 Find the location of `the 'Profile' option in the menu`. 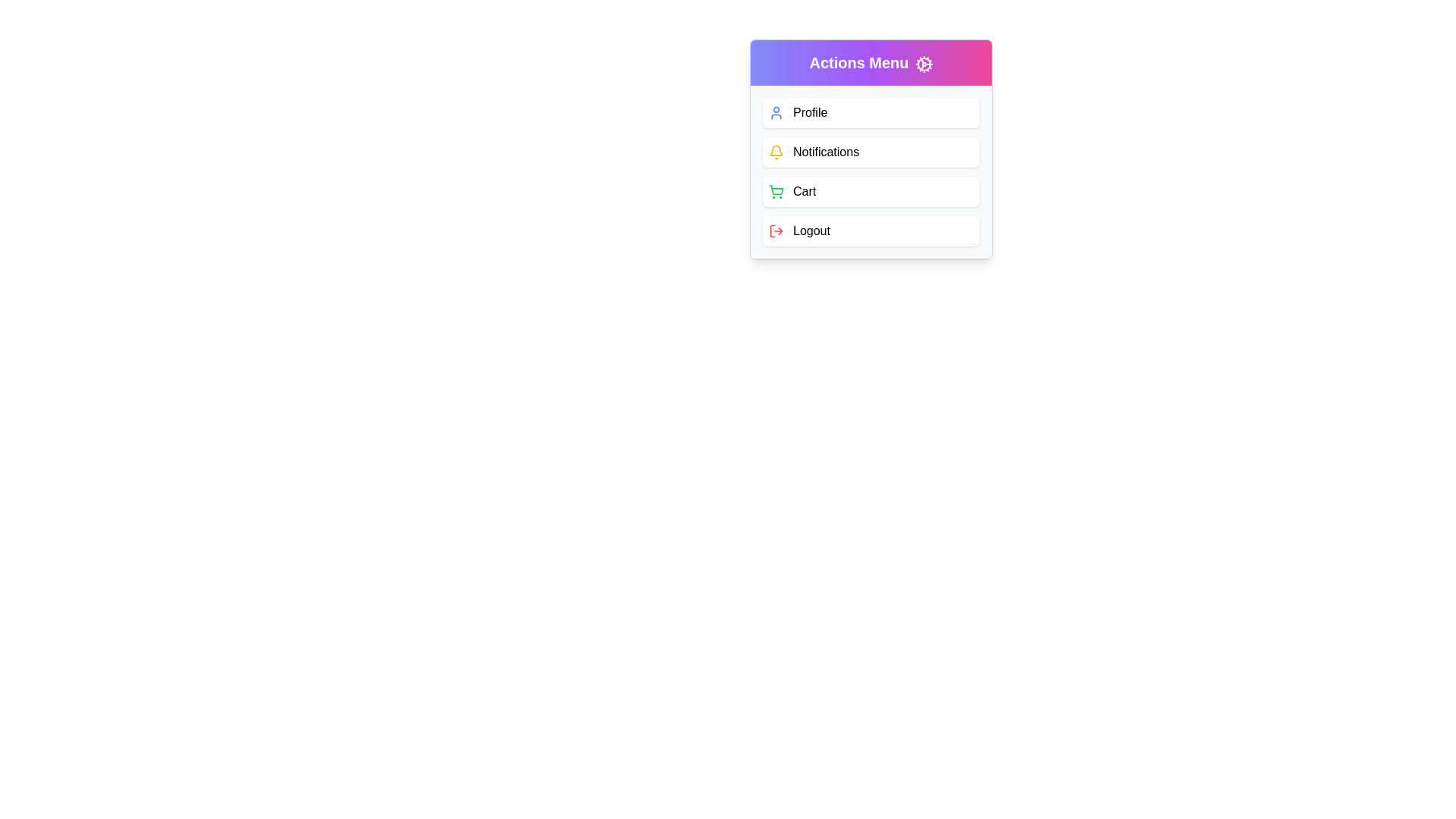

the 'Profile' option in the menu is located at coordinates (871, 112).